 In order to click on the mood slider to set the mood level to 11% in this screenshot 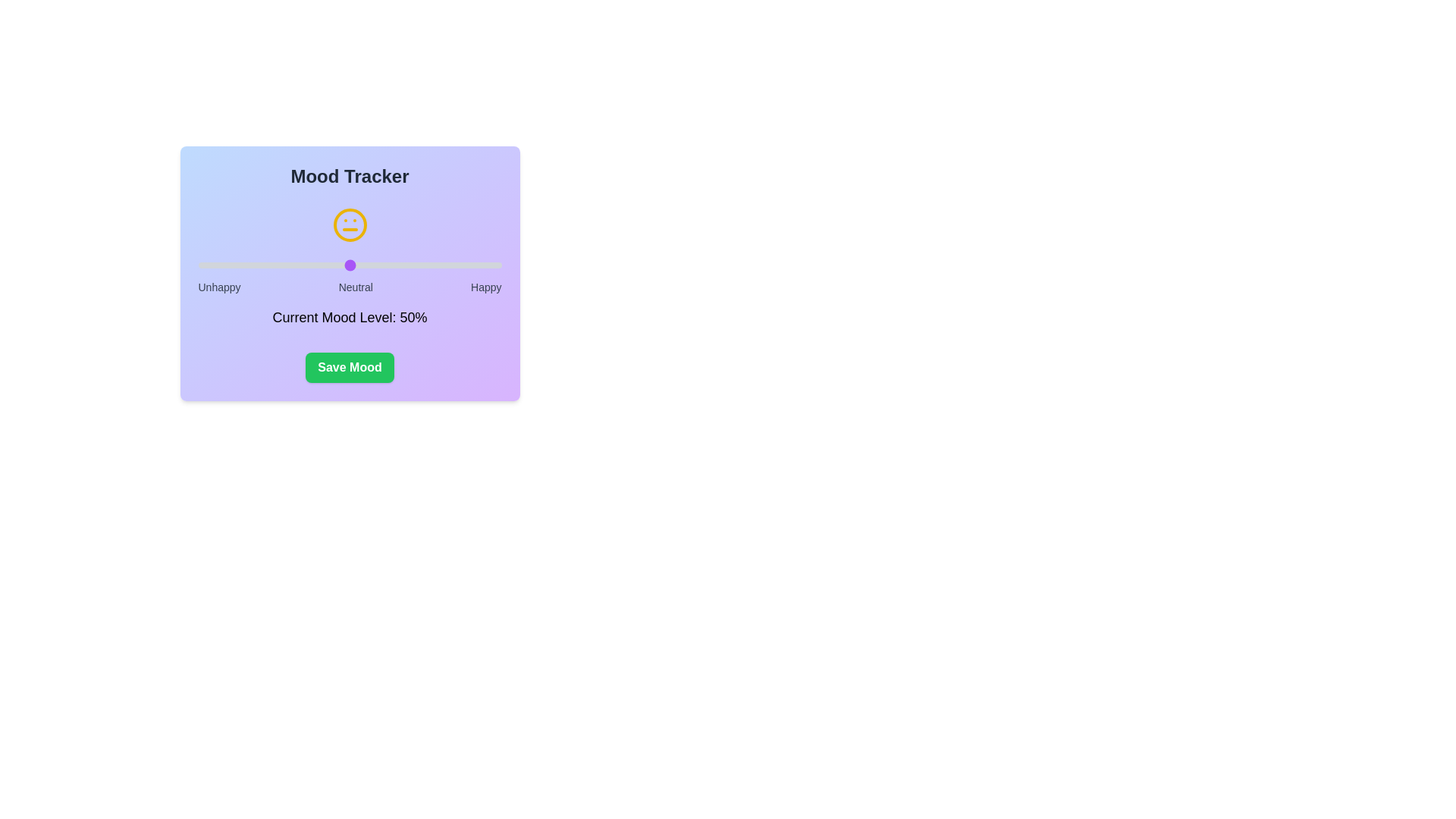, I will do `click(231, 265)`.